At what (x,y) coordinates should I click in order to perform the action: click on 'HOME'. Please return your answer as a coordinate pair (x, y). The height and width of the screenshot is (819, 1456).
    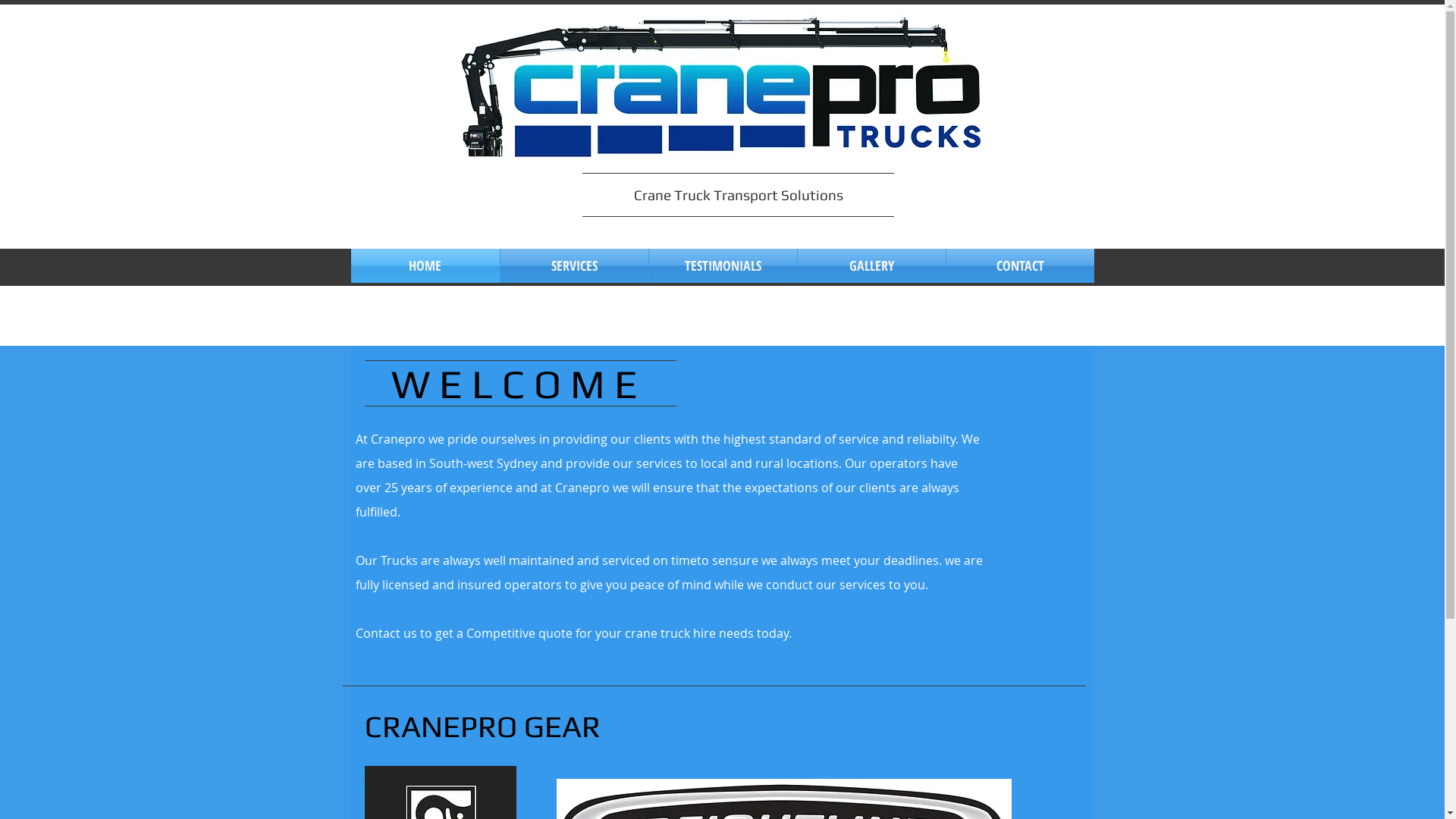
    Looking at the image, I should click on (425, 265).